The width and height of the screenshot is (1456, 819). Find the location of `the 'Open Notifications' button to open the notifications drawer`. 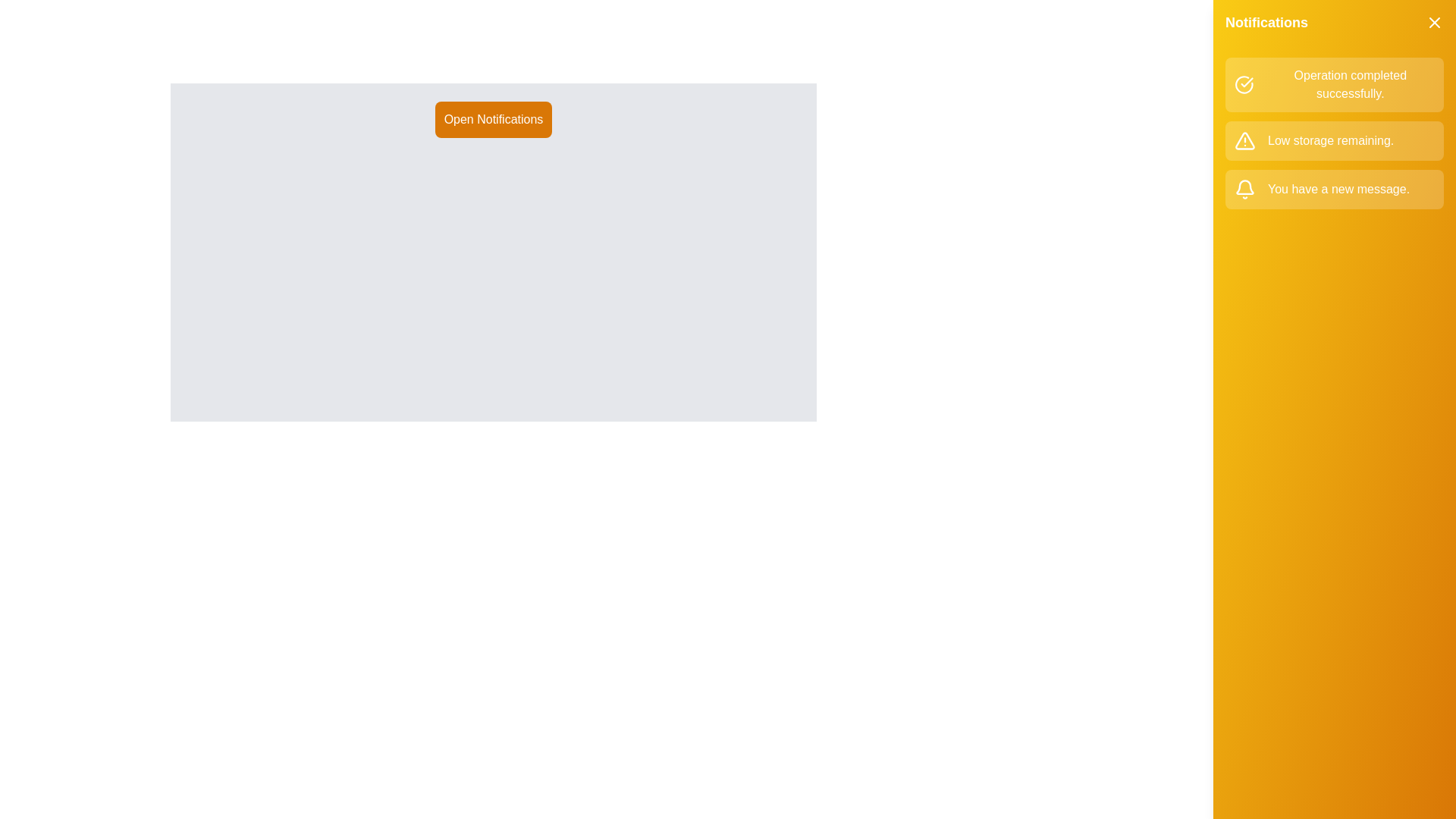

the 'Open Notifications' button to open the notifications drawer is located at coordinates (492, 119).